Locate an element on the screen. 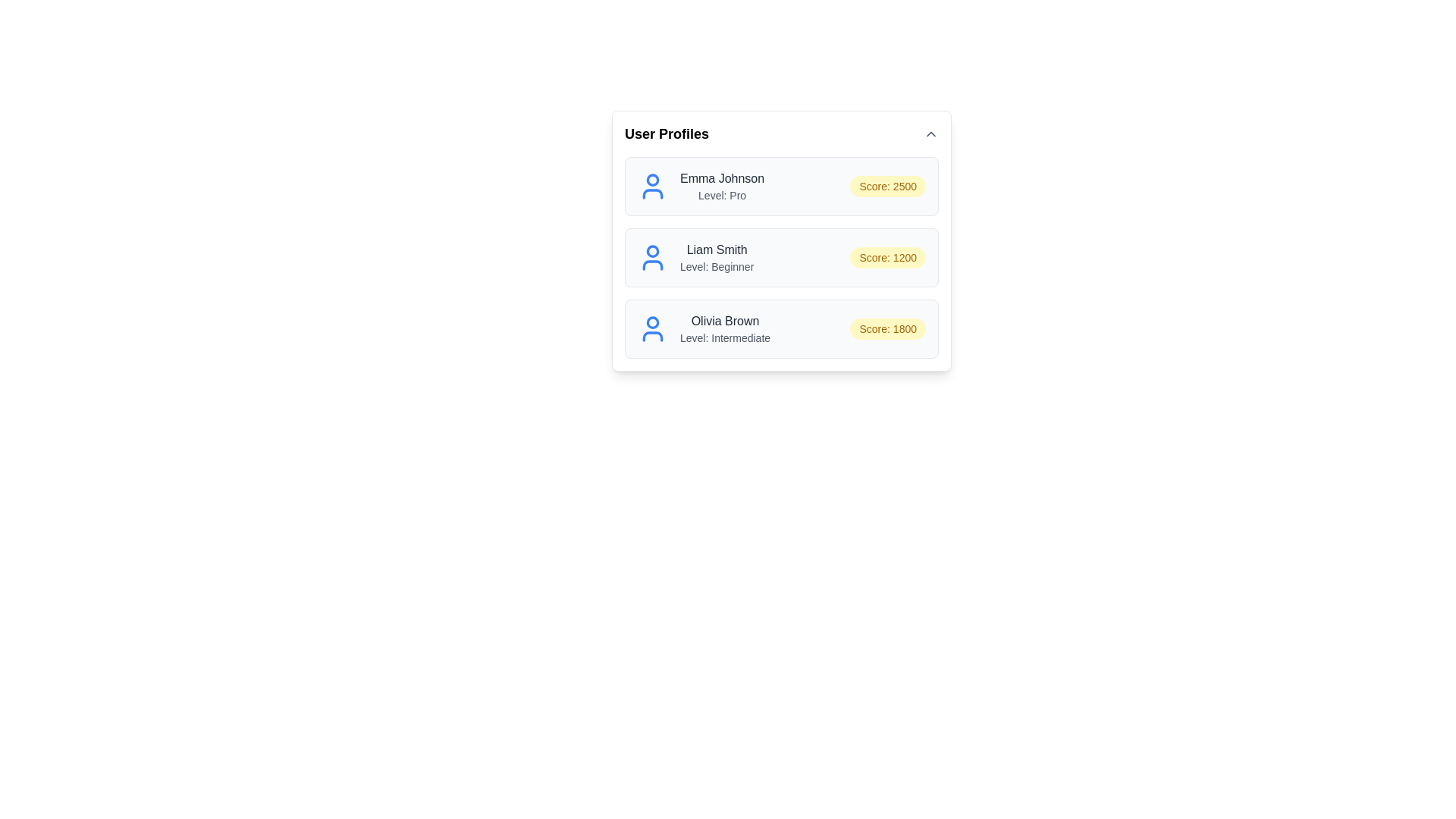 Image resolution: width=1456 pixels, height=819 pixels. user details displayed in the Text Label Group showing 'Liam Smith' and 'Beginner', located in the second card under 'User Profiles' is located at coordinates (695, 256).